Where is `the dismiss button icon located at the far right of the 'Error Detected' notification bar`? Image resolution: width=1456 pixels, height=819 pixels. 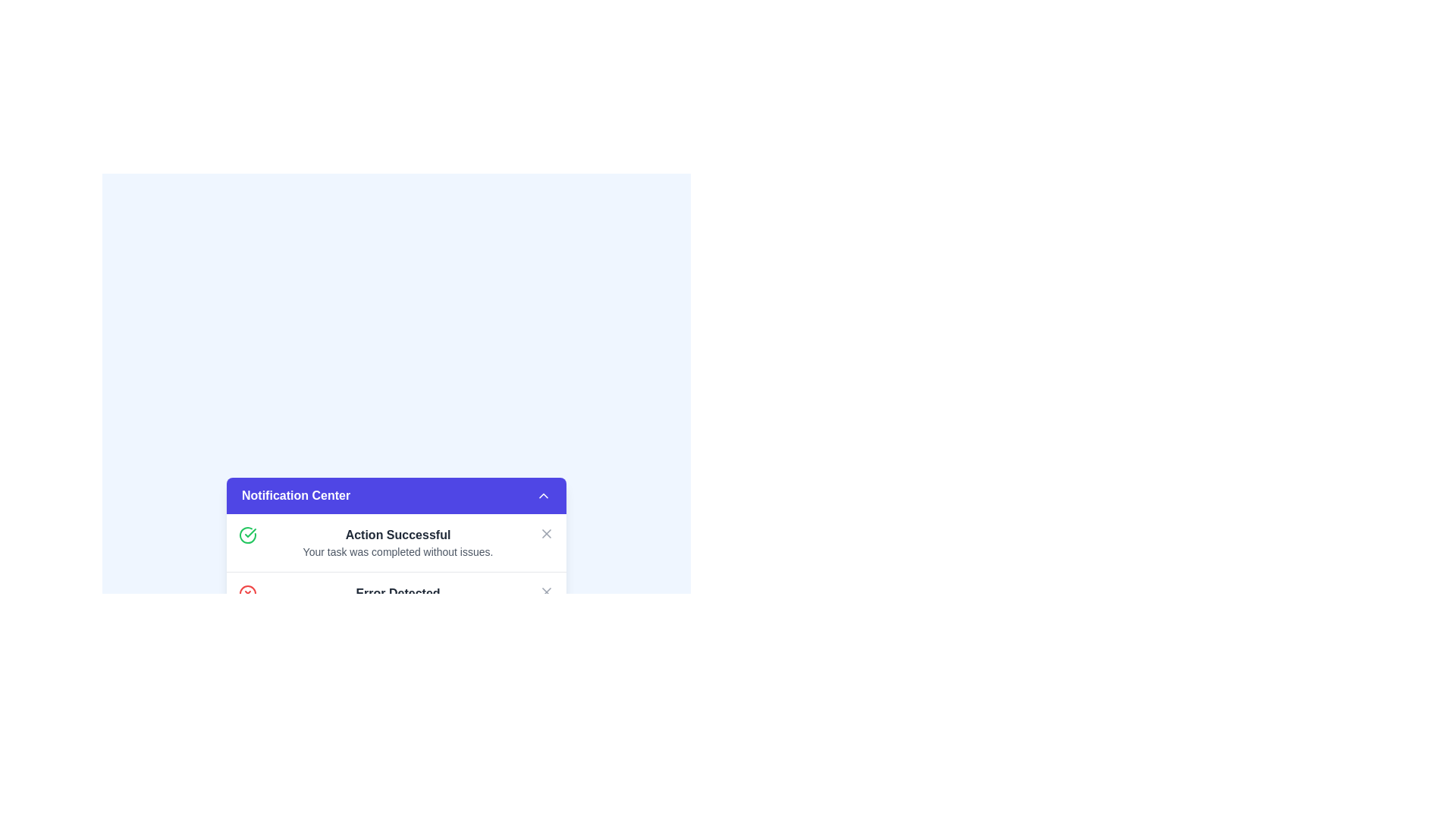
the dismiss button icon located at the far right of the 'Error Detected' notification bar is located at coordinates (546, 591).